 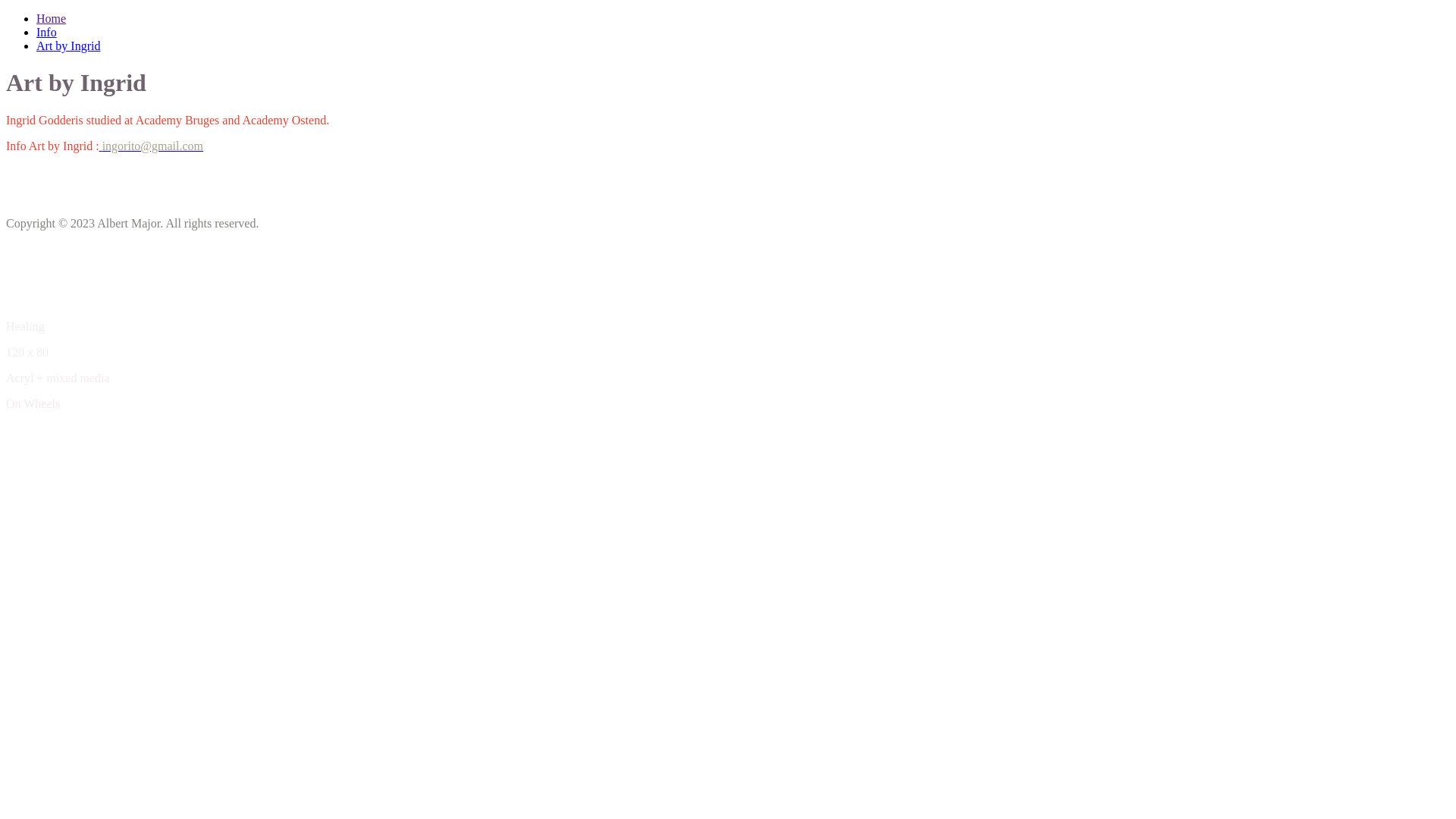 What do you see at coordinates (51, 18) in the screenshot?
I see `'Home'` at bounding box center [51, 18].